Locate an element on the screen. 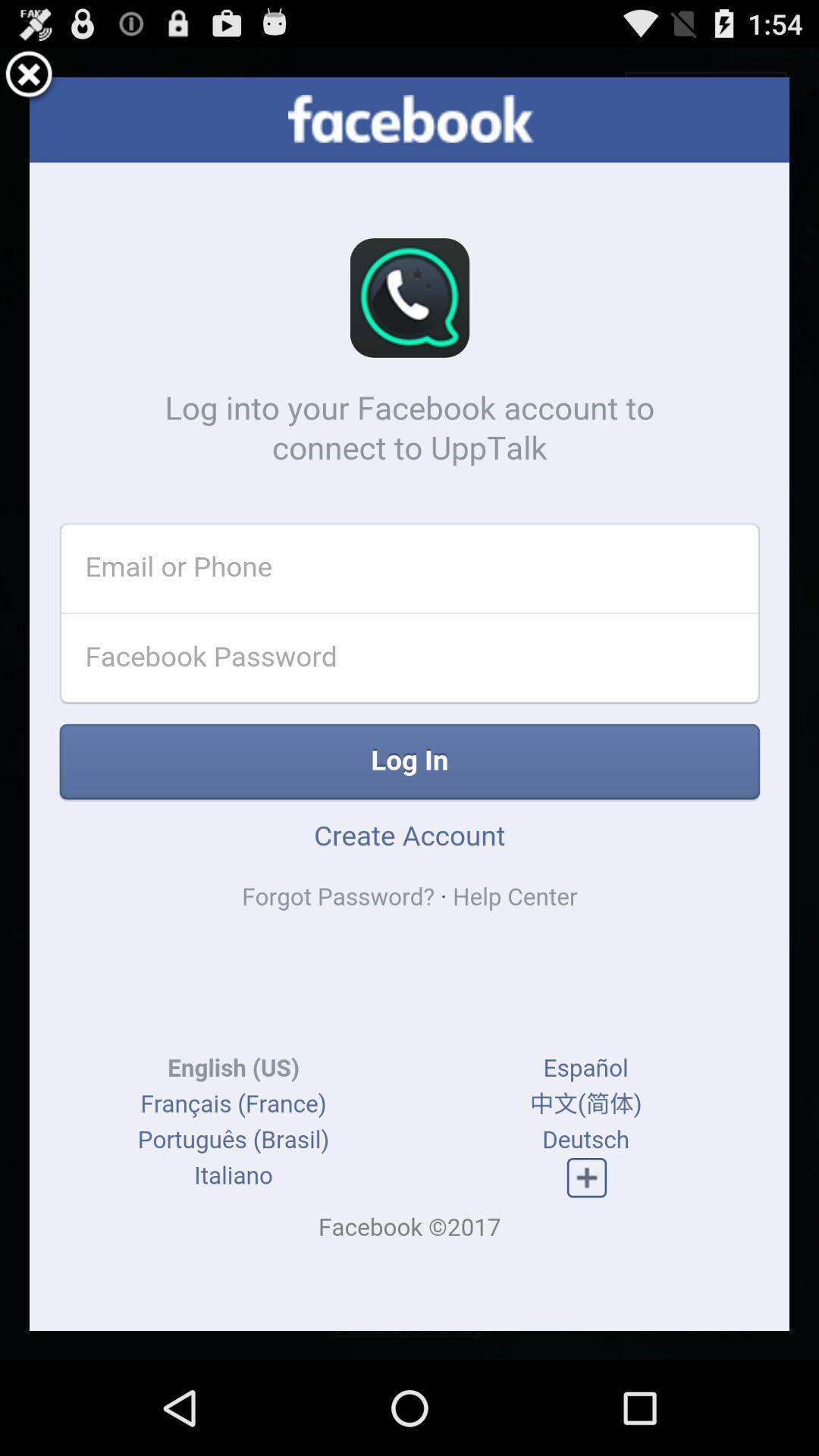 This screenshot has height=1456, width=819. facebook login page is located at coordinates (409, 703).